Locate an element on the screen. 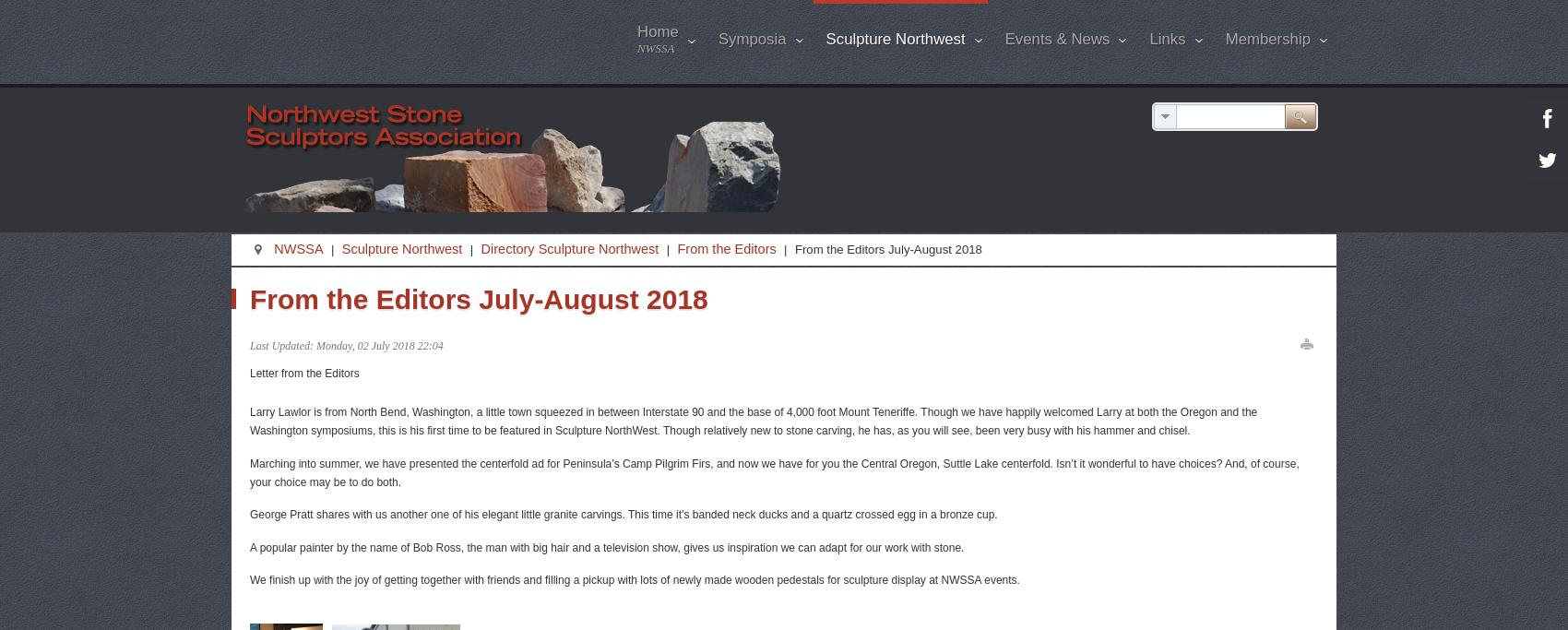 This screenshot has width=1568, height=630. 'News Feeds' is located at coordinates (1211, 284).